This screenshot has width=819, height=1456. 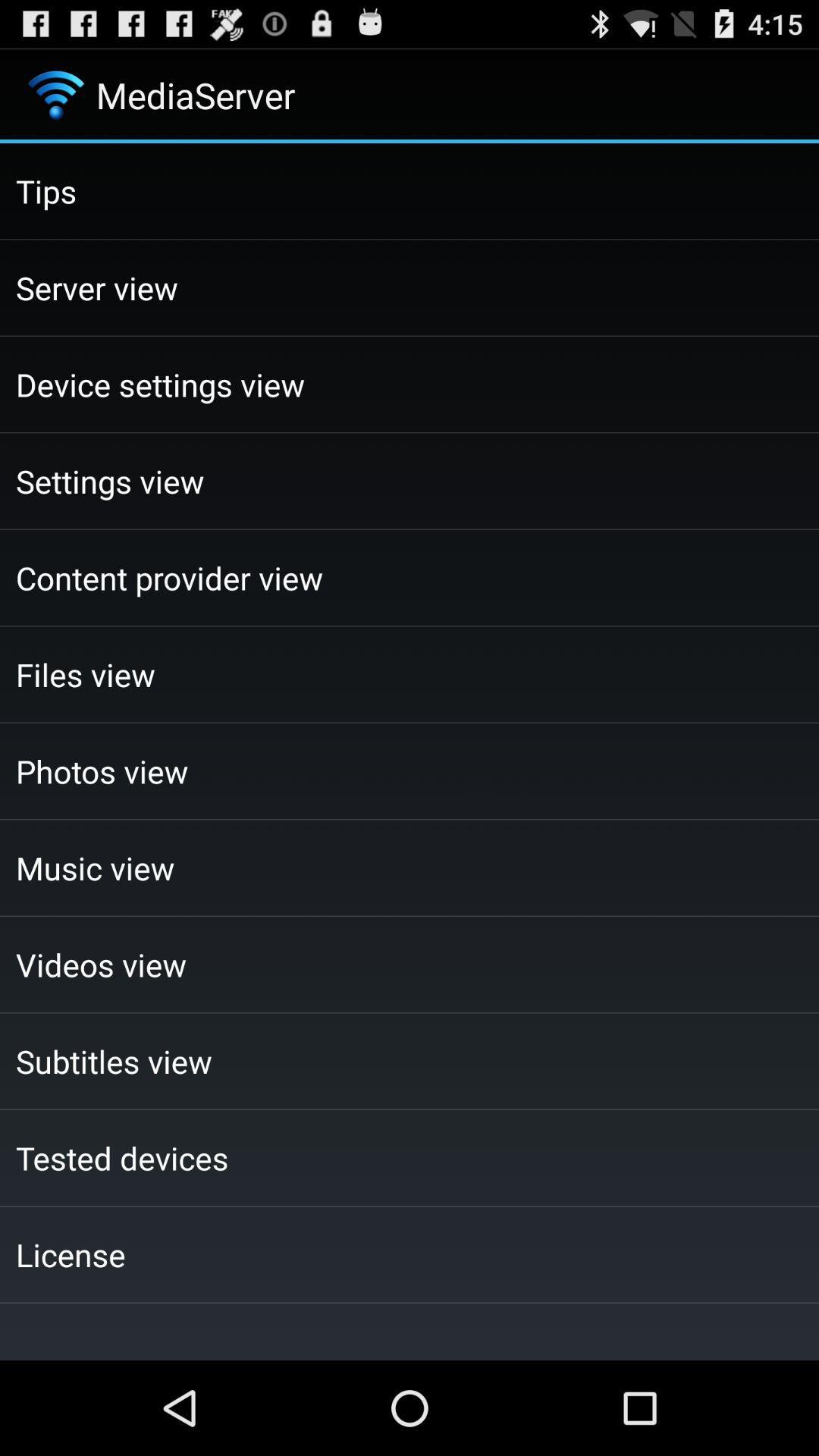 I want to click on checkbox below the photos view checkbox, so click(x=409, y=868).